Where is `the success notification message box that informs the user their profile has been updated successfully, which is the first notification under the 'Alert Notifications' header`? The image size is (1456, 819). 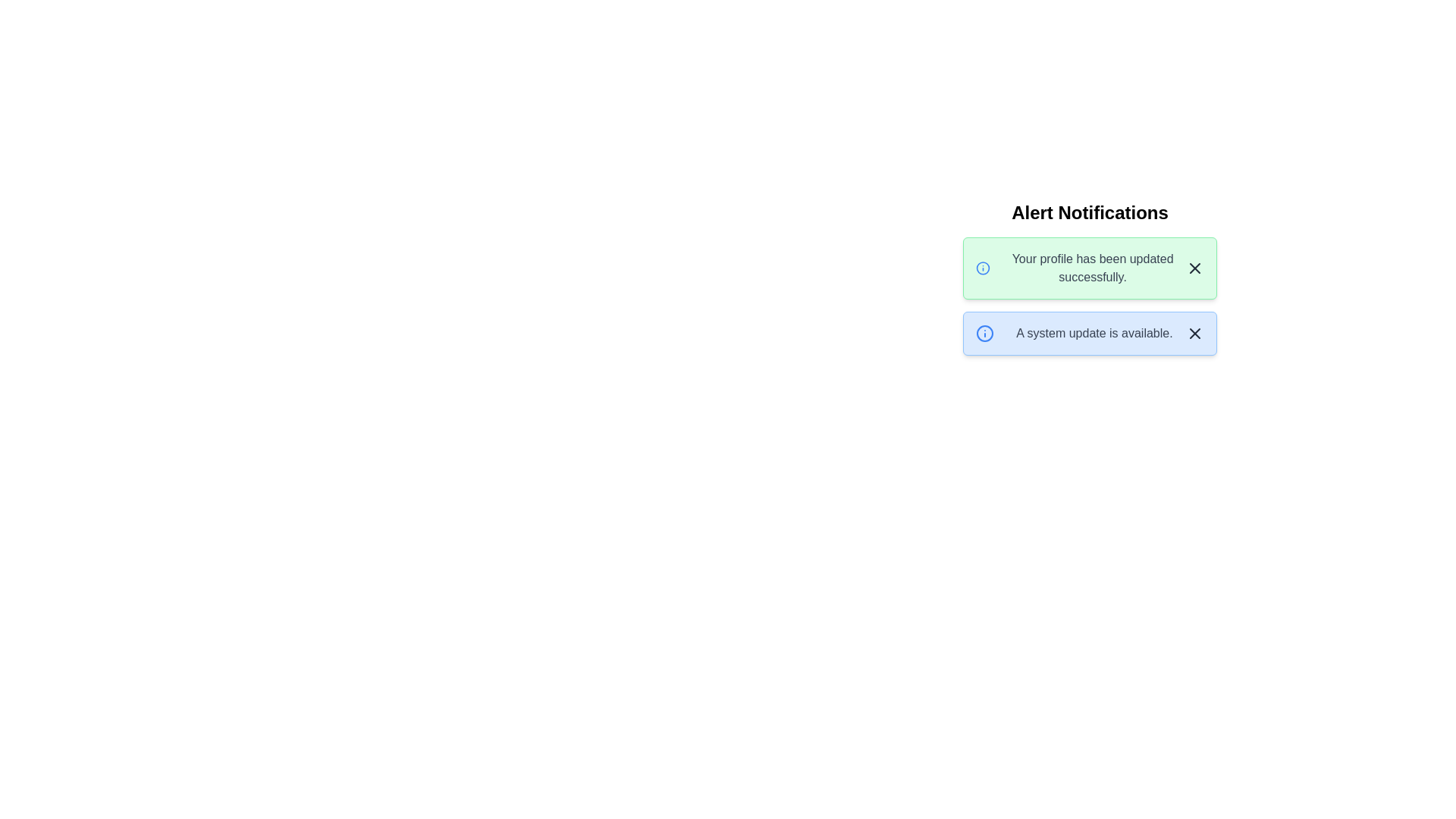
the success notification message box that informs the user their profile has been updated successfully, which is the first notification under the 'Alert Notifications' header is located at coordinates (1089, 278).